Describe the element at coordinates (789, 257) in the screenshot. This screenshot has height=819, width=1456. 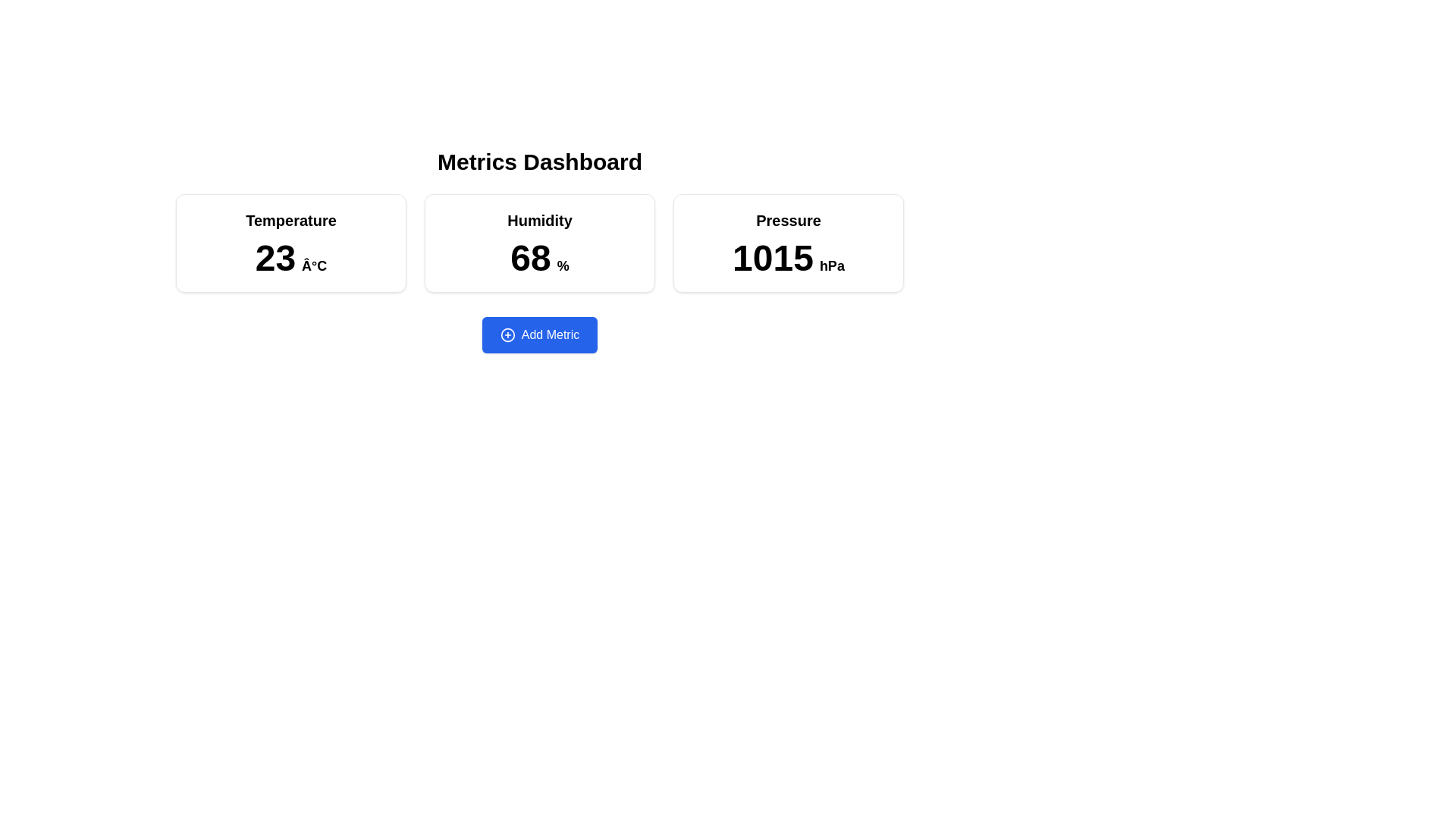
I see `text content of the Text Label displaying the current pressure value in hectopascals (hPa) located at the center of the third card on the metrics dashboard` at that location.